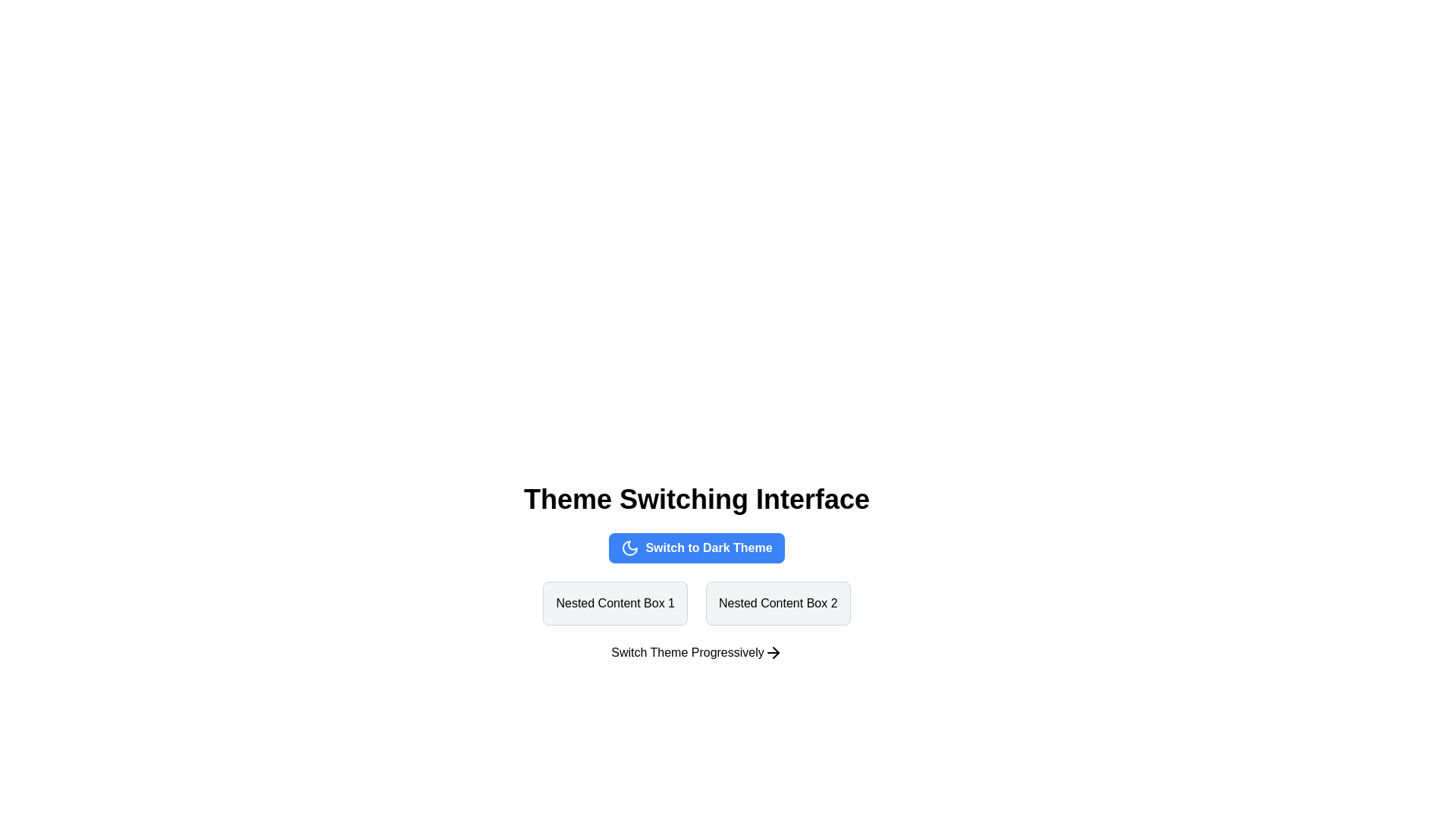 The image size is (1456, 819). I want to click on the crescent moon icon located on the blue rounded rectangular button labeled 'Switch to Dark Theme', so click(630, 548).